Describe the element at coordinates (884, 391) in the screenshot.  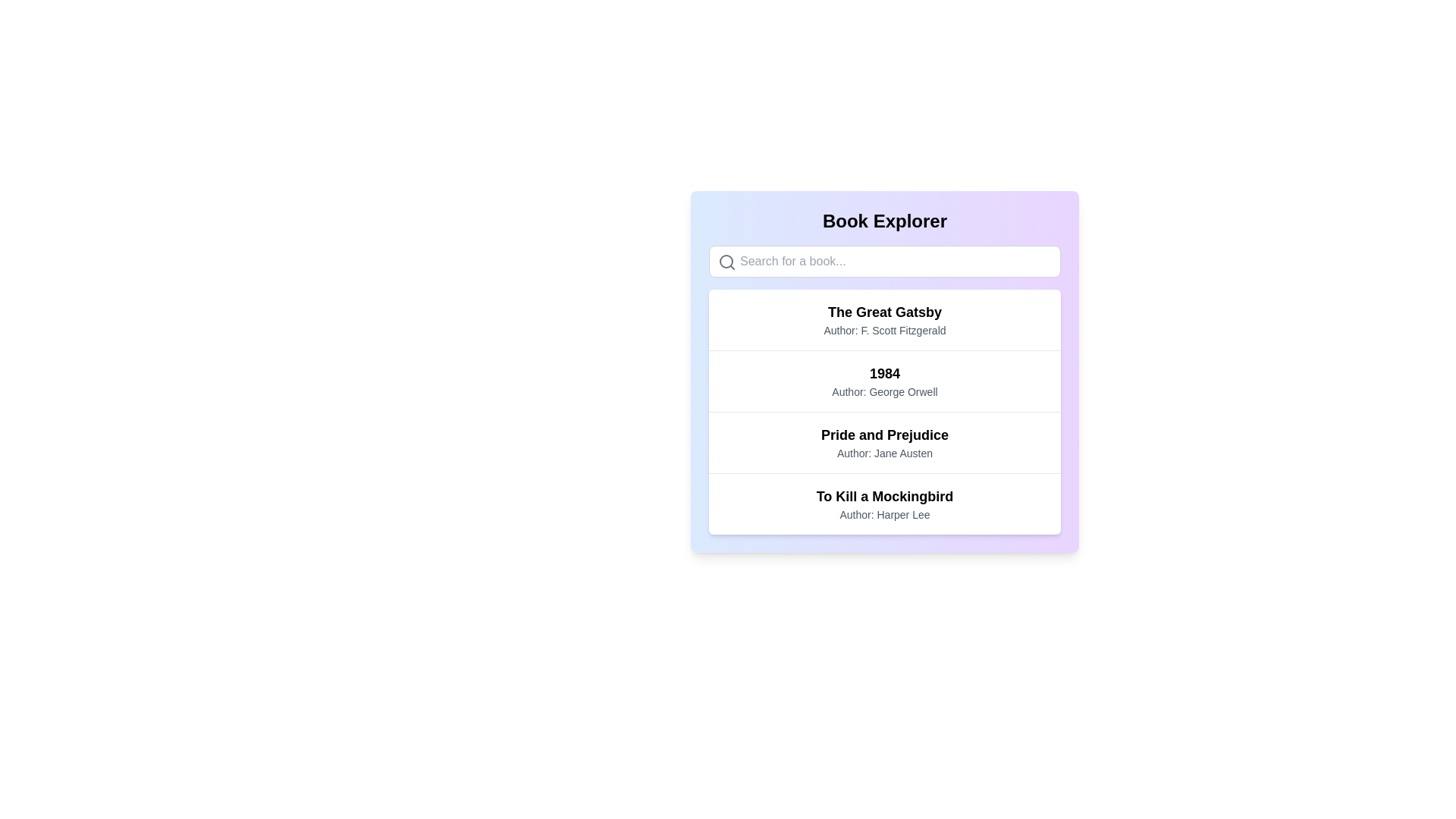
I see `author information displayed in the text area directly below the title '1984', which is centrally located under the second item in the book information list` at that location.